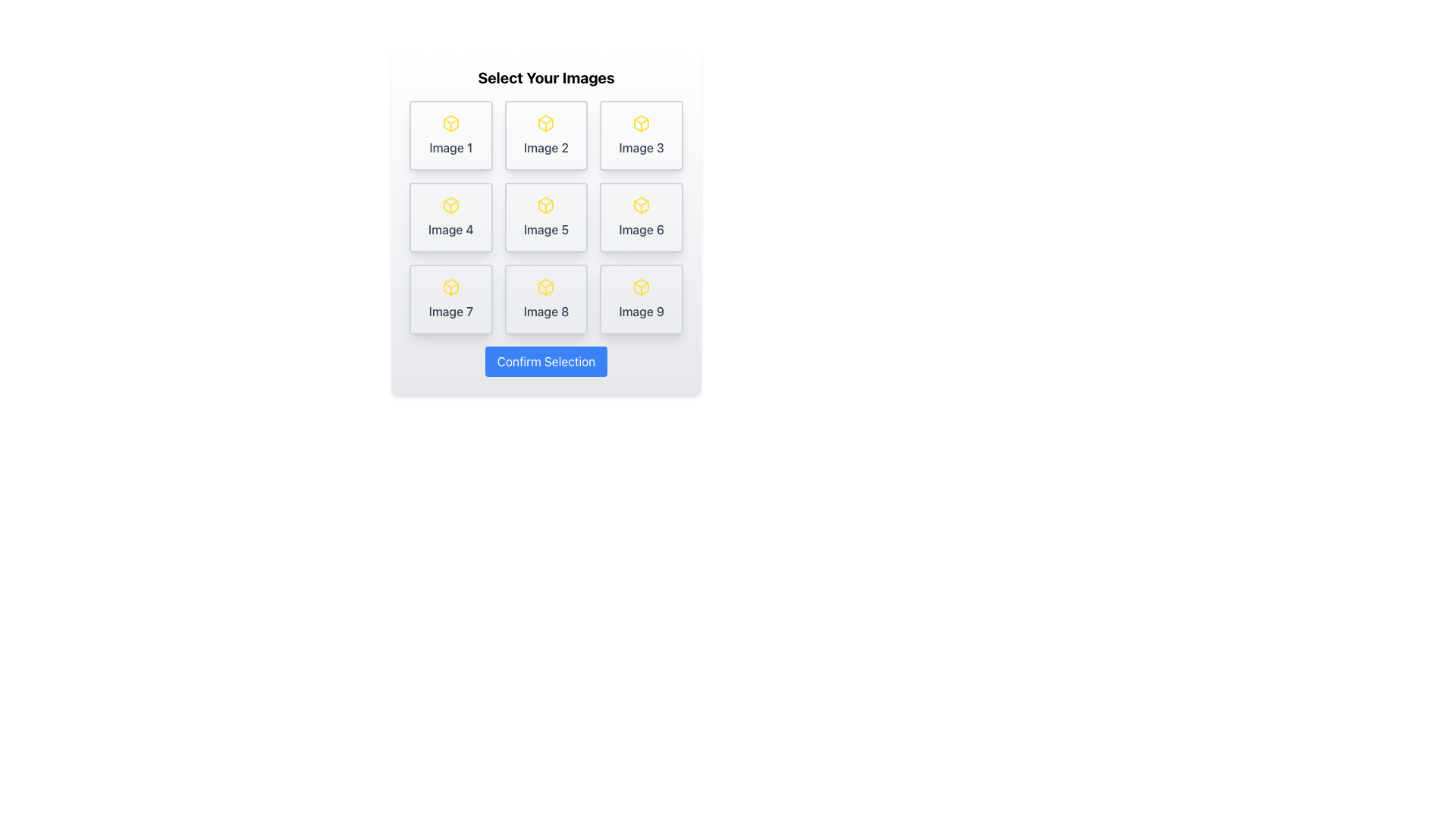 Image resolution: width=1456 pixels, height=819 pixels. Describe the element at coordinates (642, 205) in the screenshot. I see `the icon representing 'Image 6'` at that location.